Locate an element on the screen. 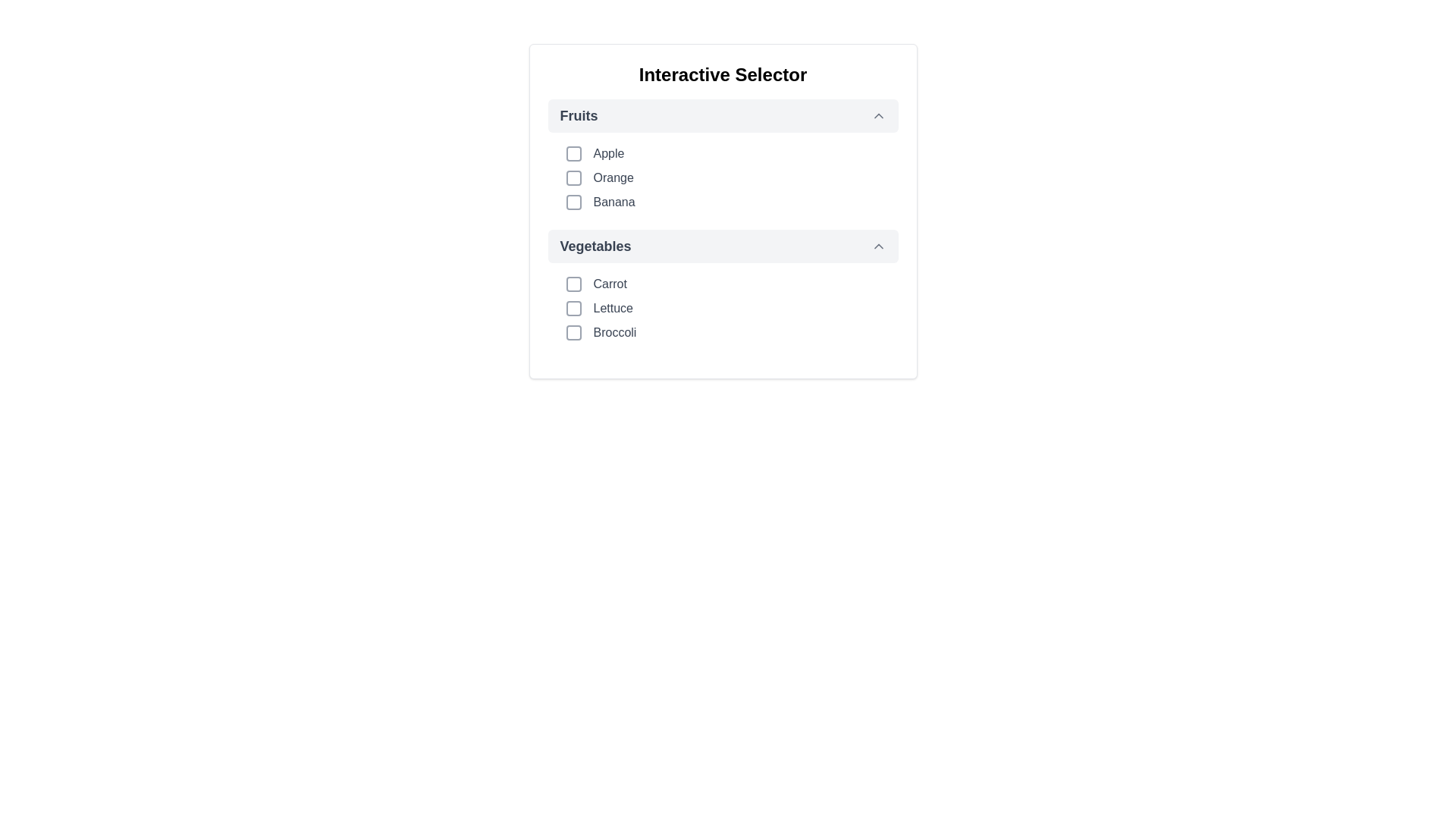 The height and width of the screenshot is (819, 1456). the inactive checkbox labeled 'Broccoli', which is the third item in the vertical list under the 'Vegetables' section is located at coordinates (732, 332).